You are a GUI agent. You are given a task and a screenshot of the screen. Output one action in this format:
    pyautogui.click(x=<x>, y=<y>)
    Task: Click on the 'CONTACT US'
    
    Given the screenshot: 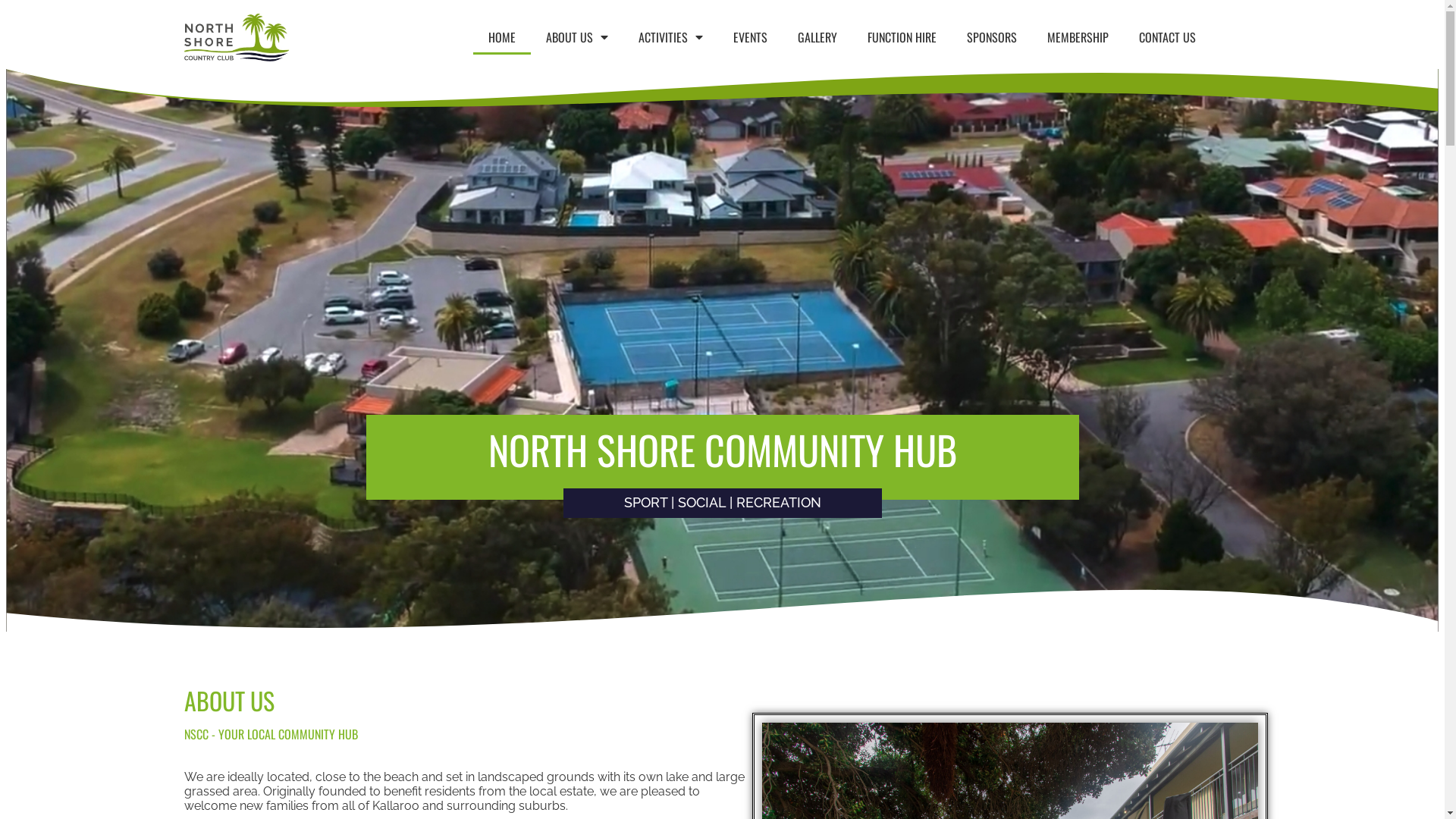 What is the action you would take?
    pyautogui.click(x=1166, y=36)
    